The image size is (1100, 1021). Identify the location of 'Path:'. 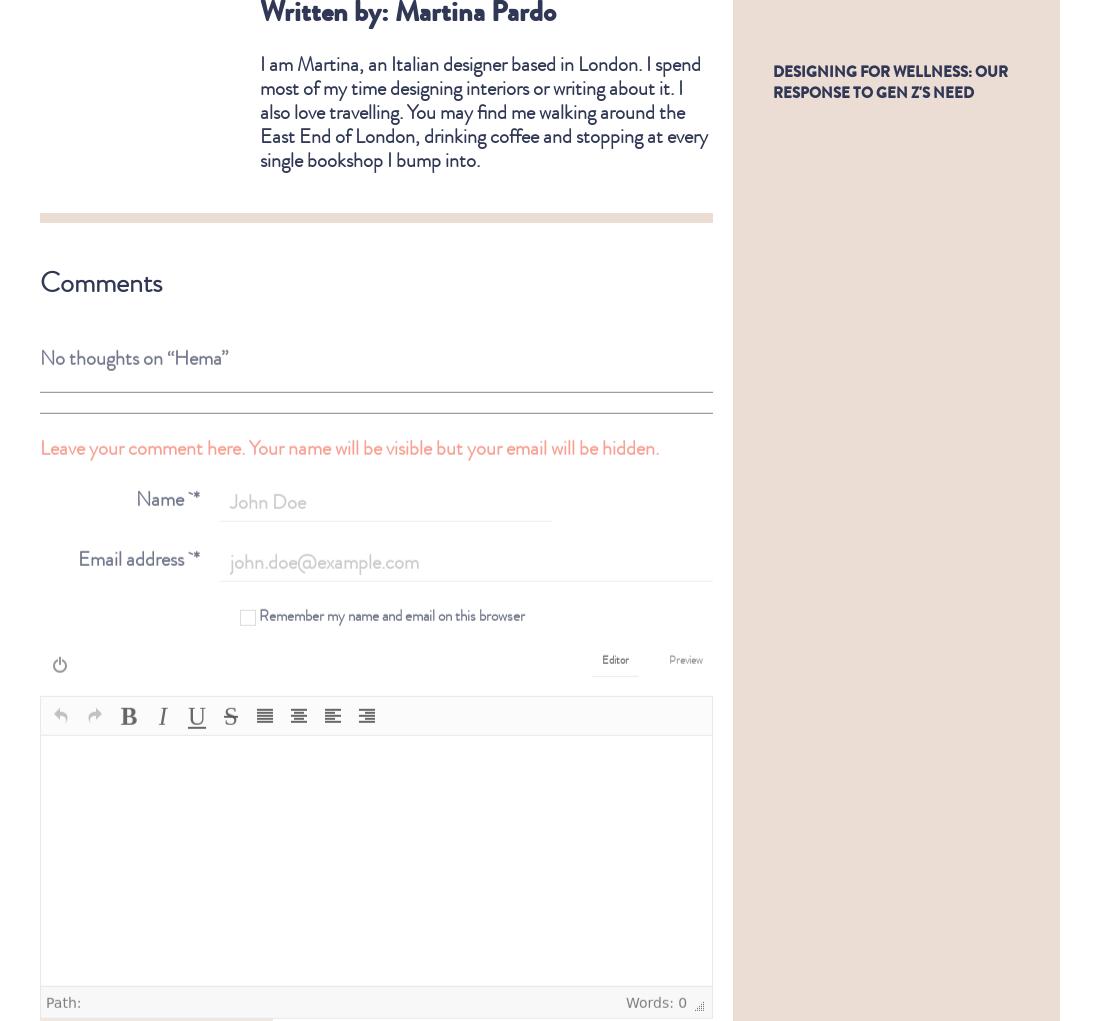
(44, 987).